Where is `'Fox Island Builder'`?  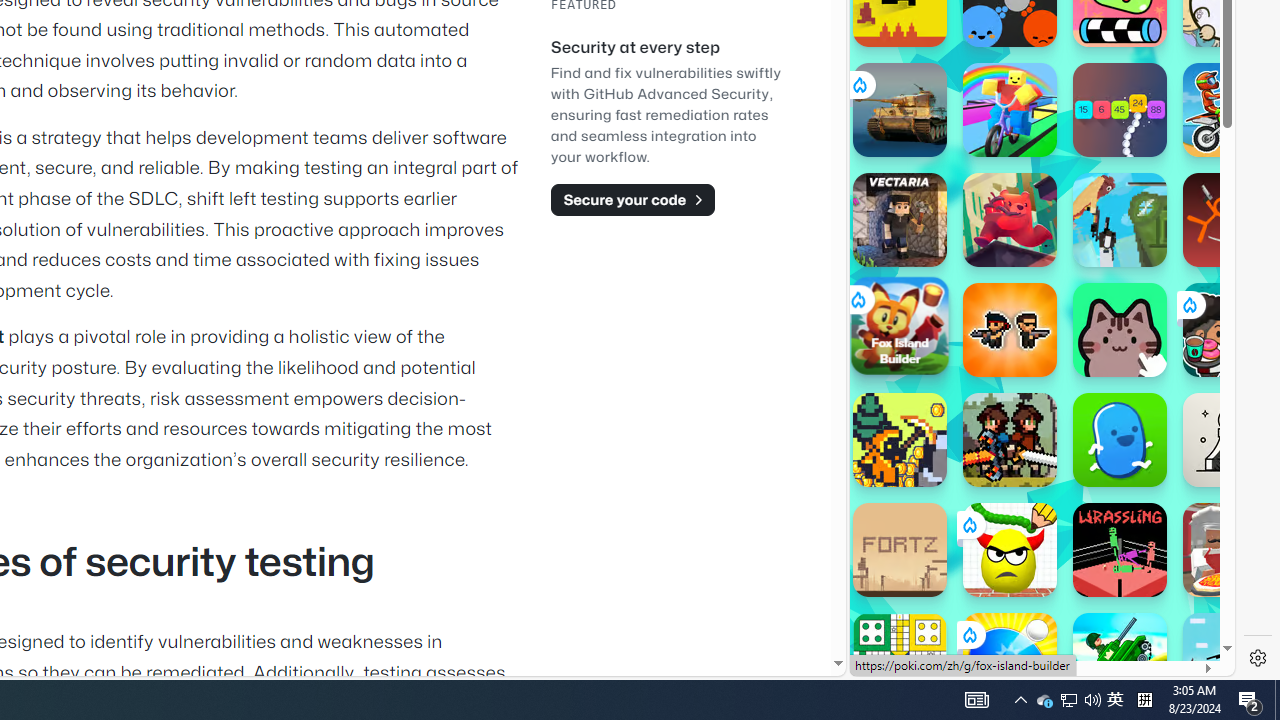
'Fox Island Builder' is located at coordinates (898, 324).